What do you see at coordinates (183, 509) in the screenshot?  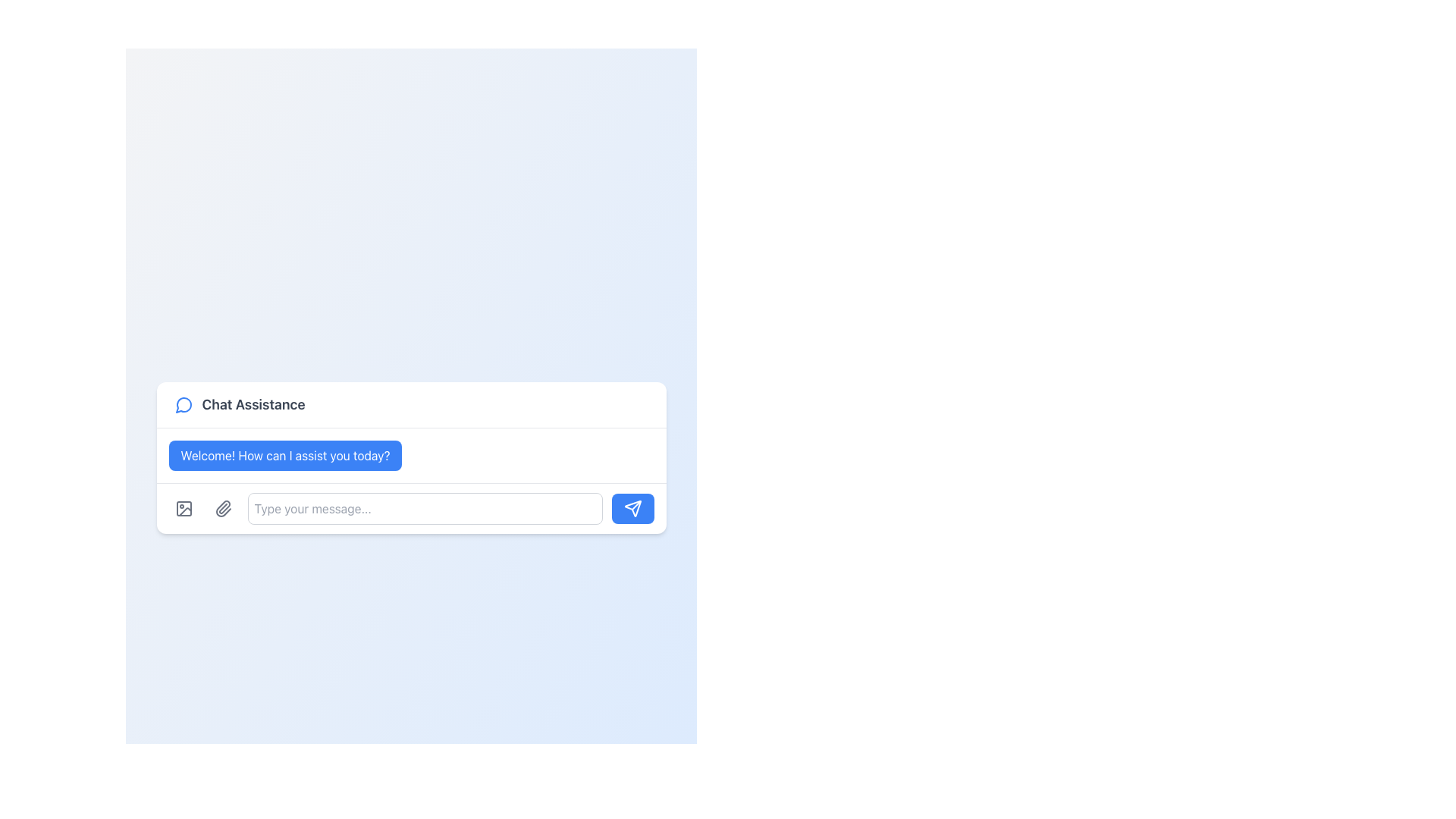 I see `the small rectangular button with rounded corners and a gray background that contains a photo icon` at bounding box center [183, 509].